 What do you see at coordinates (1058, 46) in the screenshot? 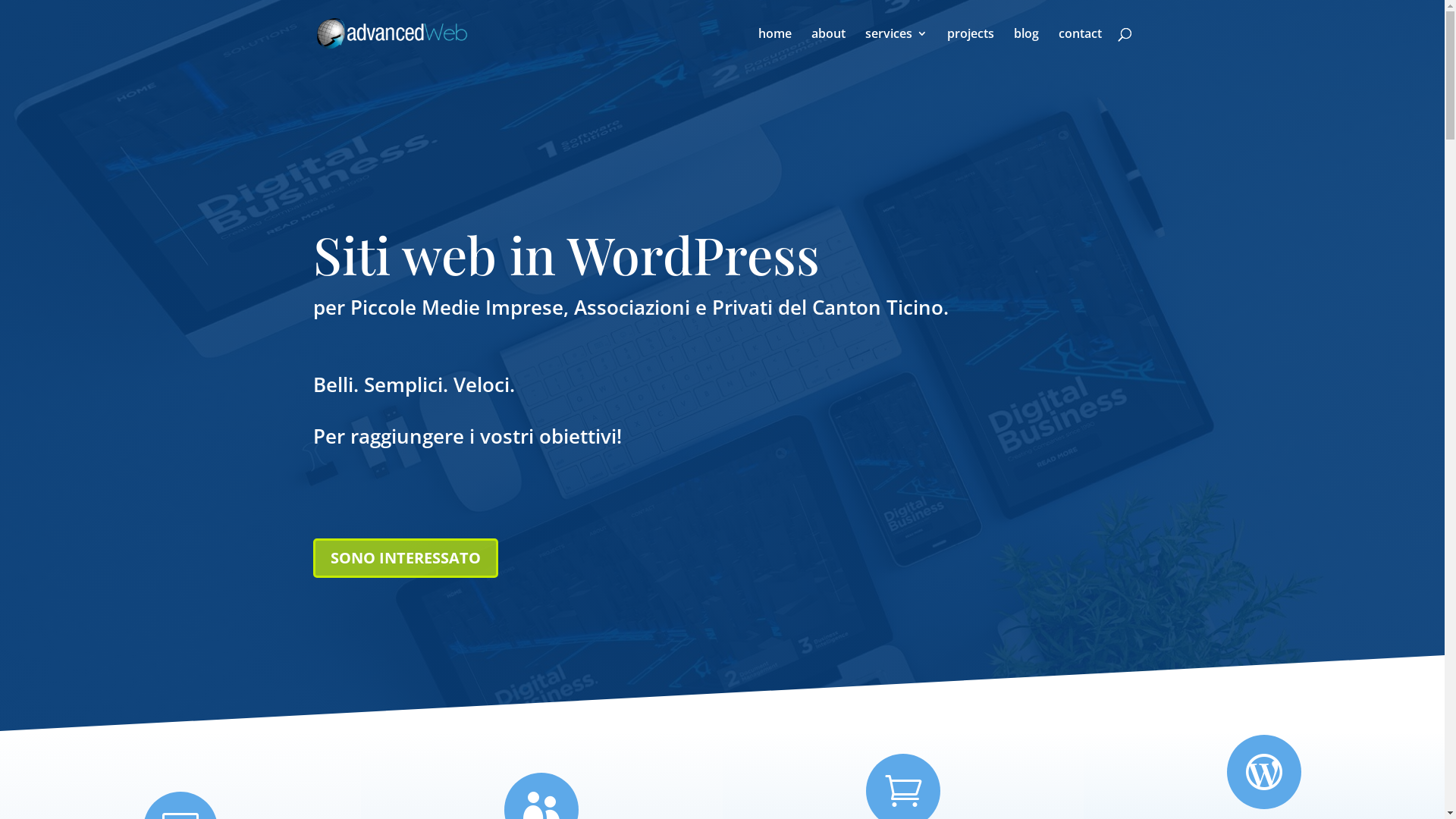
I see `'contact'` at bounding box center [1058, 46].